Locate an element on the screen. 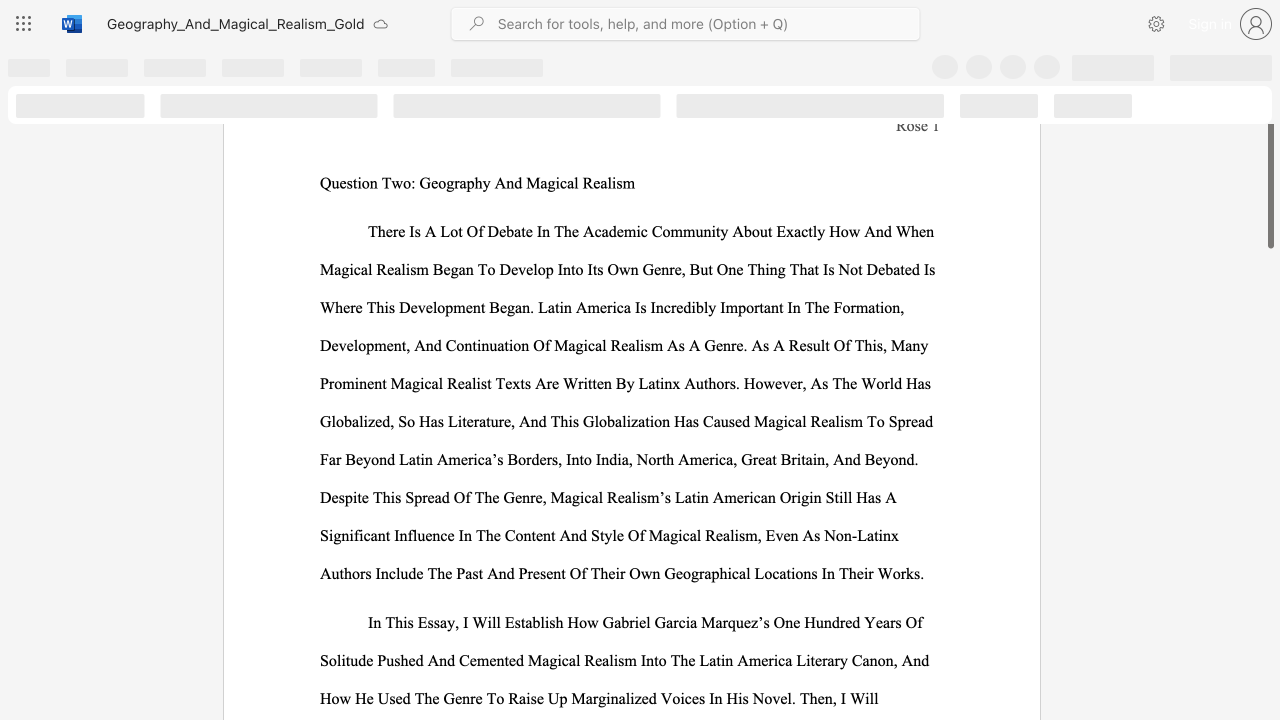 Image resolution: width=1280 pixels, height=720 pixels. the scrollbar on the right side to scroll the page down is located at coordinates (1269, 560).